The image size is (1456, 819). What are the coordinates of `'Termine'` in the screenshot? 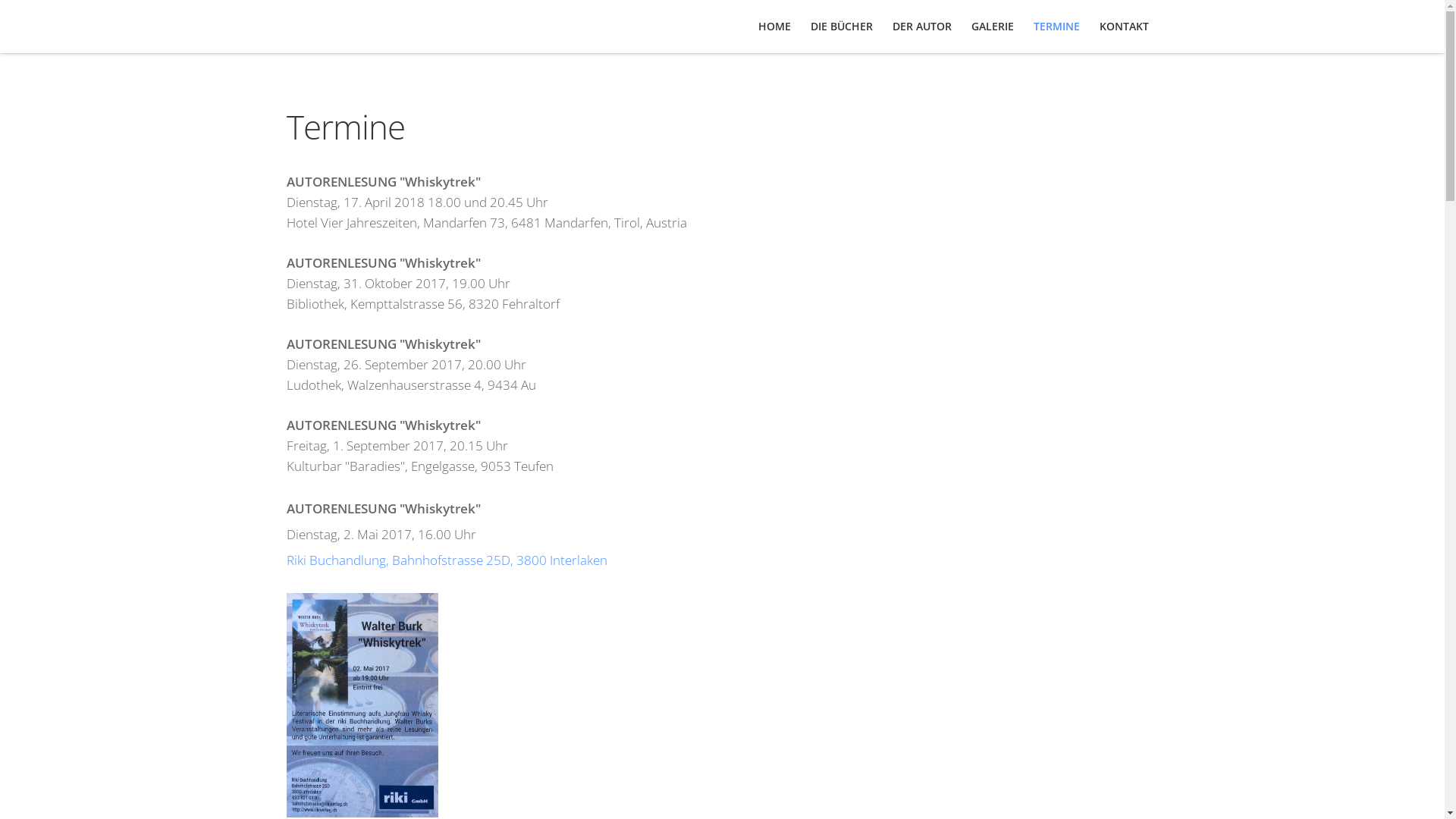 It's located at (287, 125).